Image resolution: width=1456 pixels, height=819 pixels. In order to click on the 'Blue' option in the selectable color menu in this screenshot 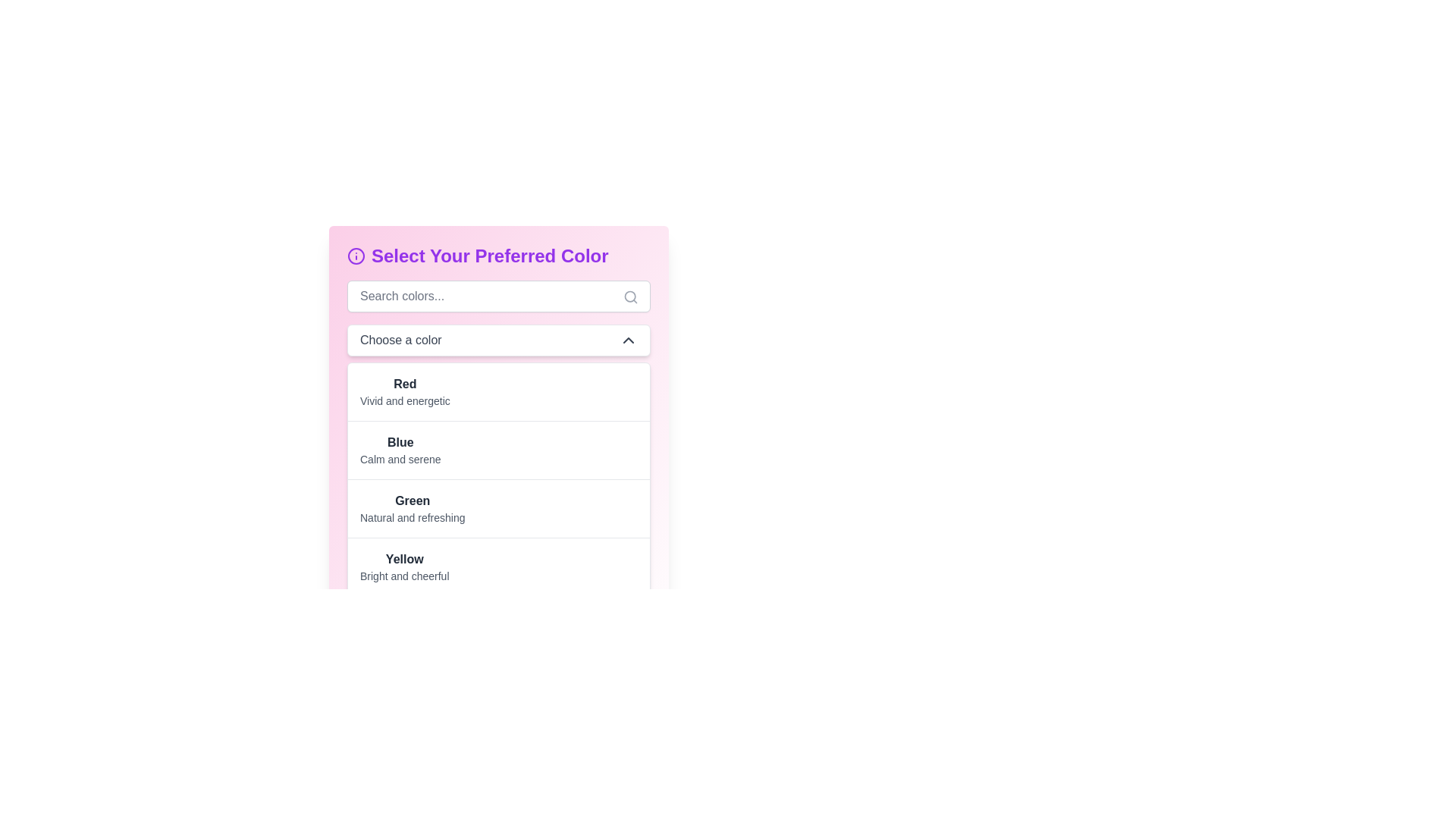, I will do `click(400, 450)`.